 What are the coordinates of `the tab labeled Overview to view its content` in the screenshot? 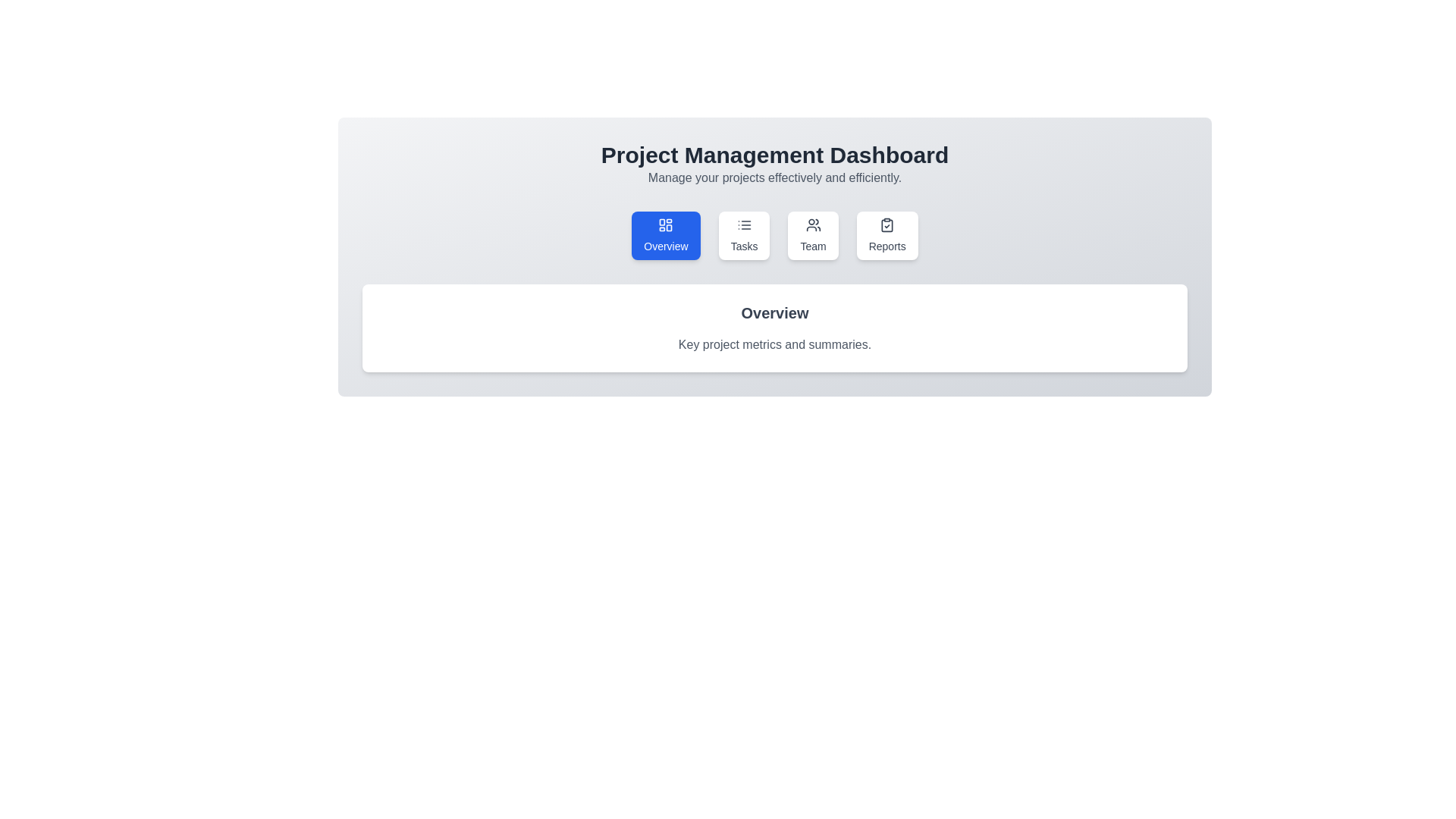 It's located at (666, 236).